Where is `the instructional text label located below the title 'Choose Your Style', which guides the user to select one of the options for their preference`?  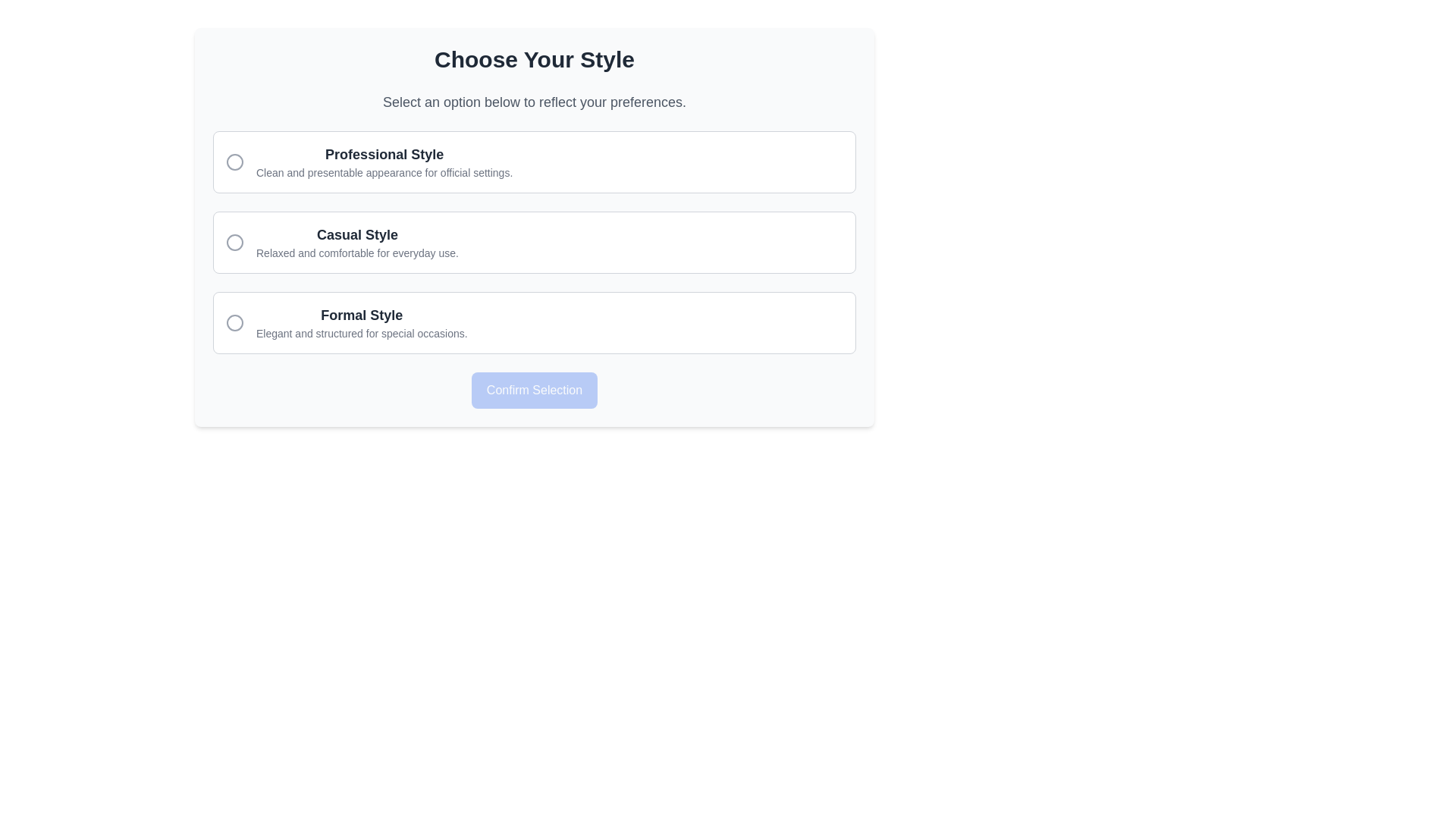 the instructional text label located below the title 'Choose Your Style', which guides the user to select one of the options for their preference is located at coordinates (535, 102).